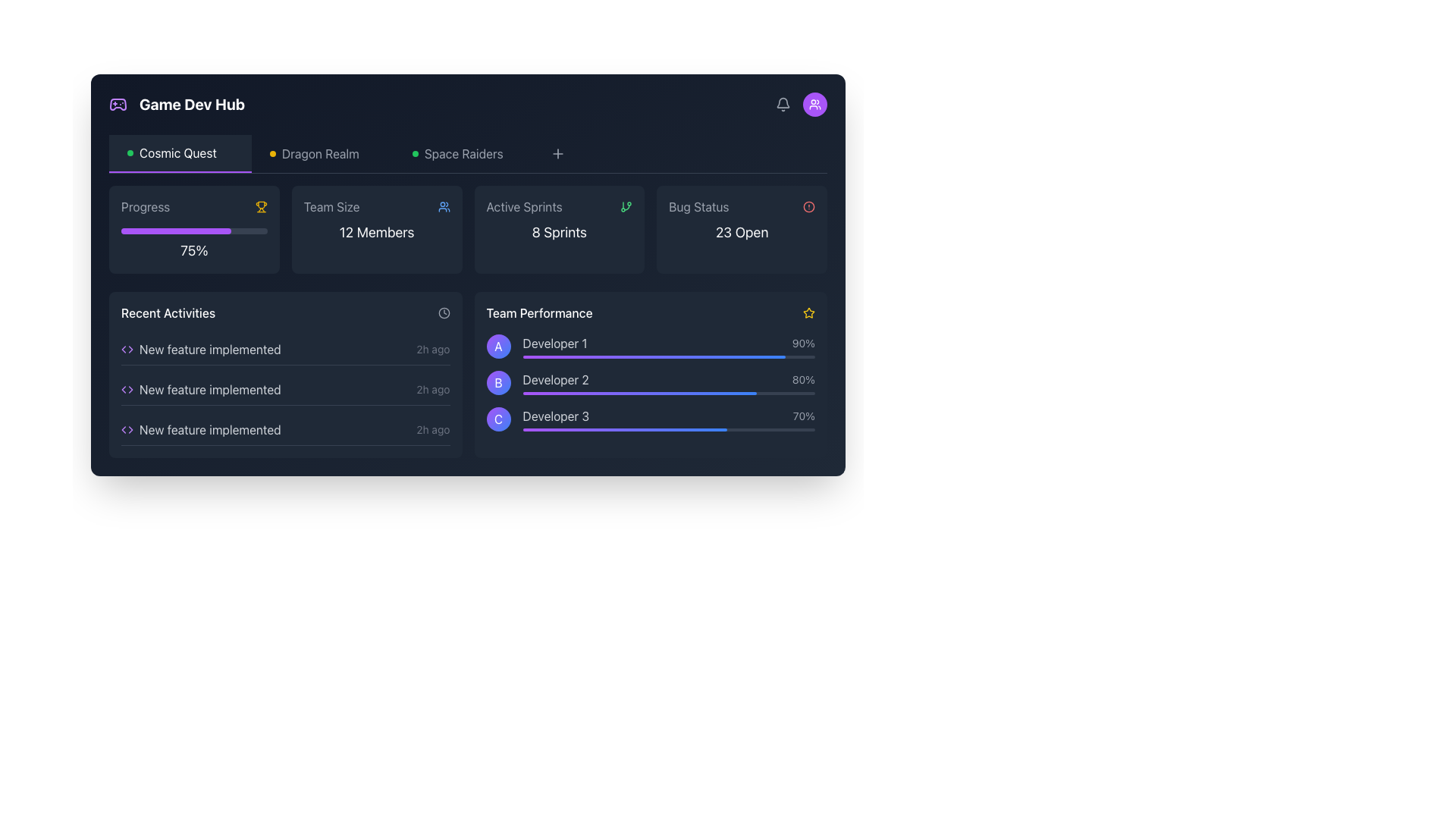 This screenshot has width=1456, height=819. What do you see at coordinates (808, 312) in the screenshot?
I see `the star icon located to the far right of the 'Team Performance' section header, adjacent to the text label 'Team Performance'` at bounding box center [808, 312].